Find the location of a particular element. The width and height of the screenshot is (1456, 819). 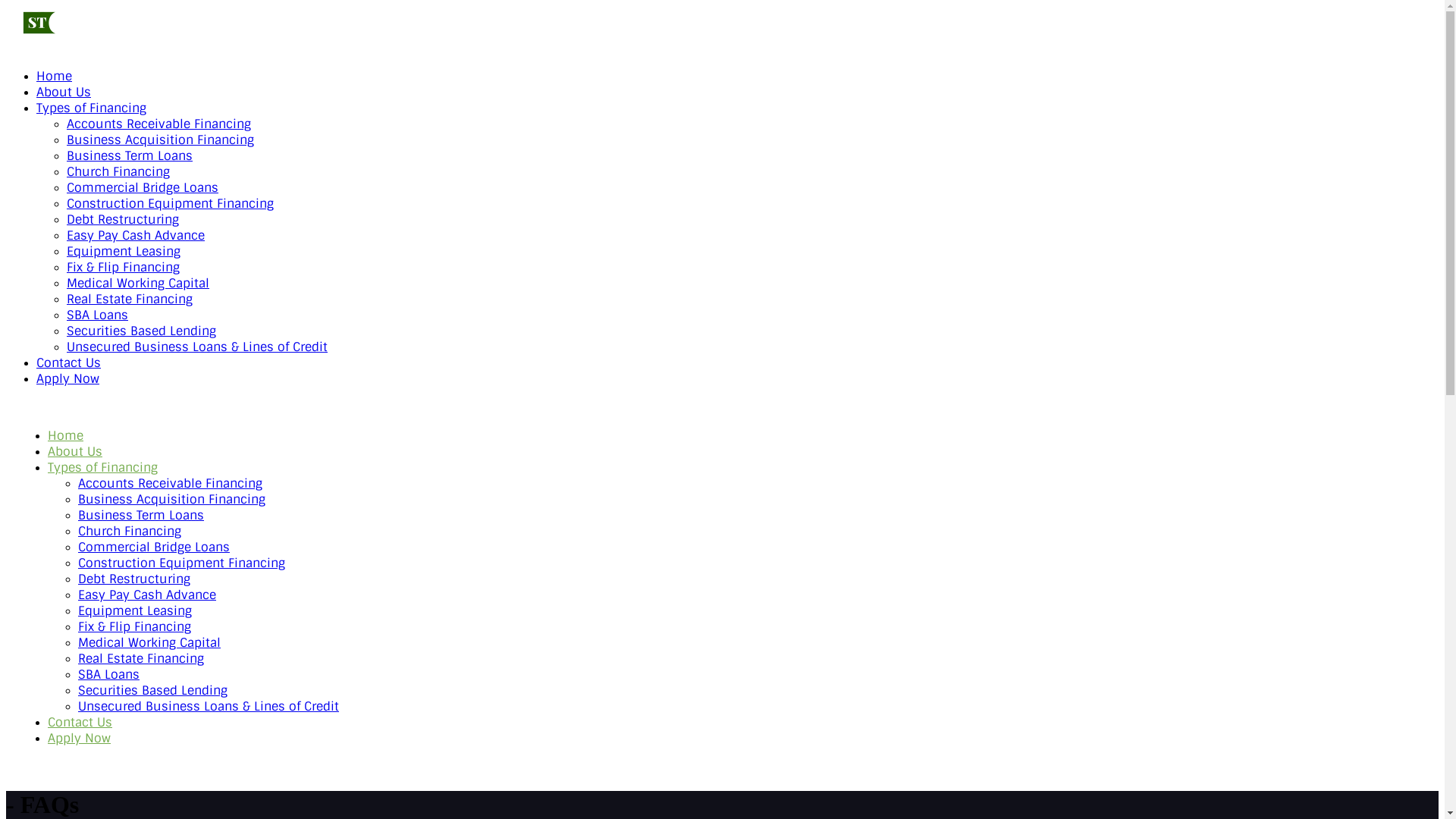

'Unsecured Business Loans & Lines of Credit' is located at coordinates (196, 347).